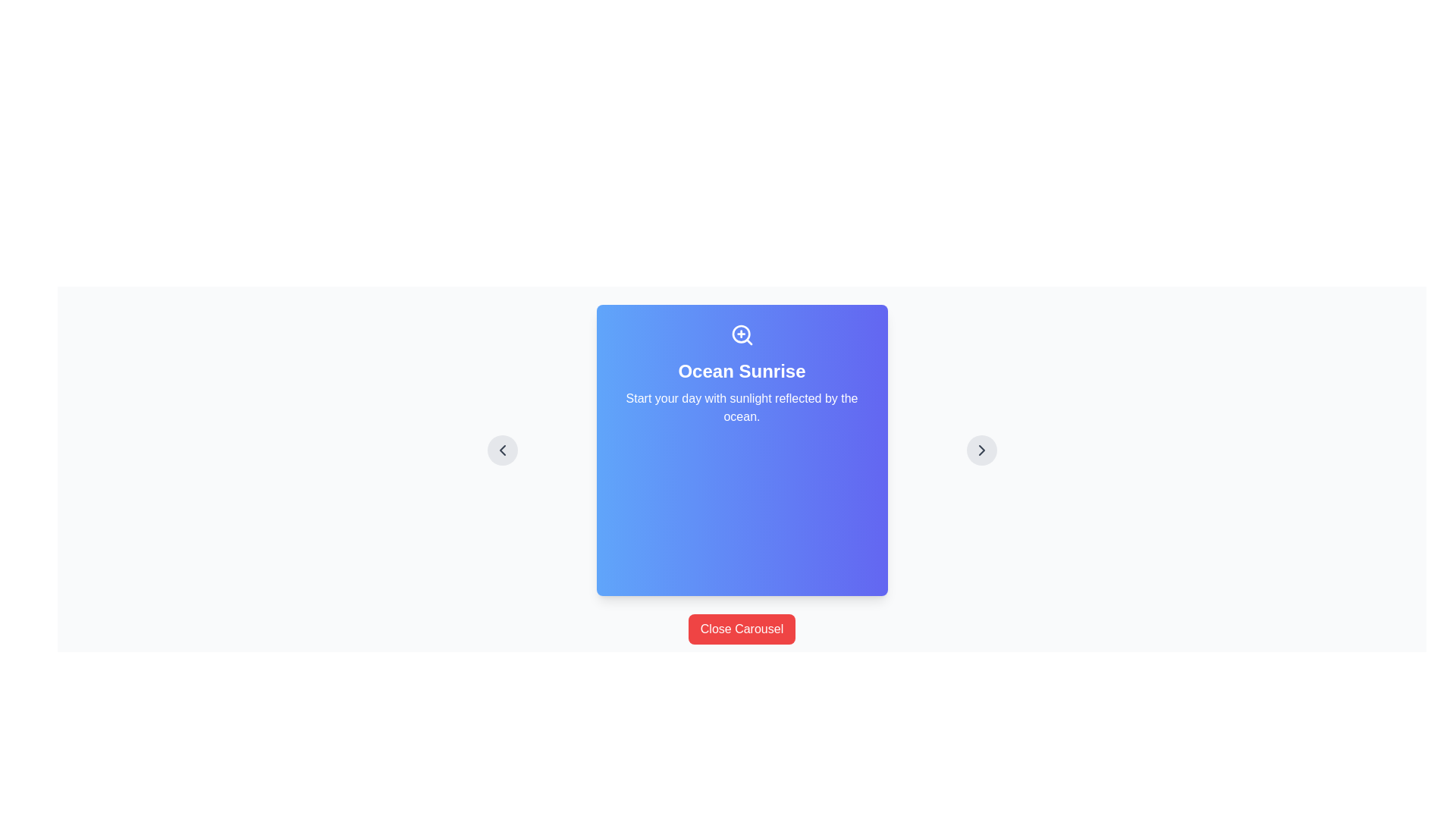 The image size is (1456, 819). I want to click on the inner part of the chevron icon located on the right side of the carousel component, adjacent to the right arrow button for navigating the slides, so click(981, 450).